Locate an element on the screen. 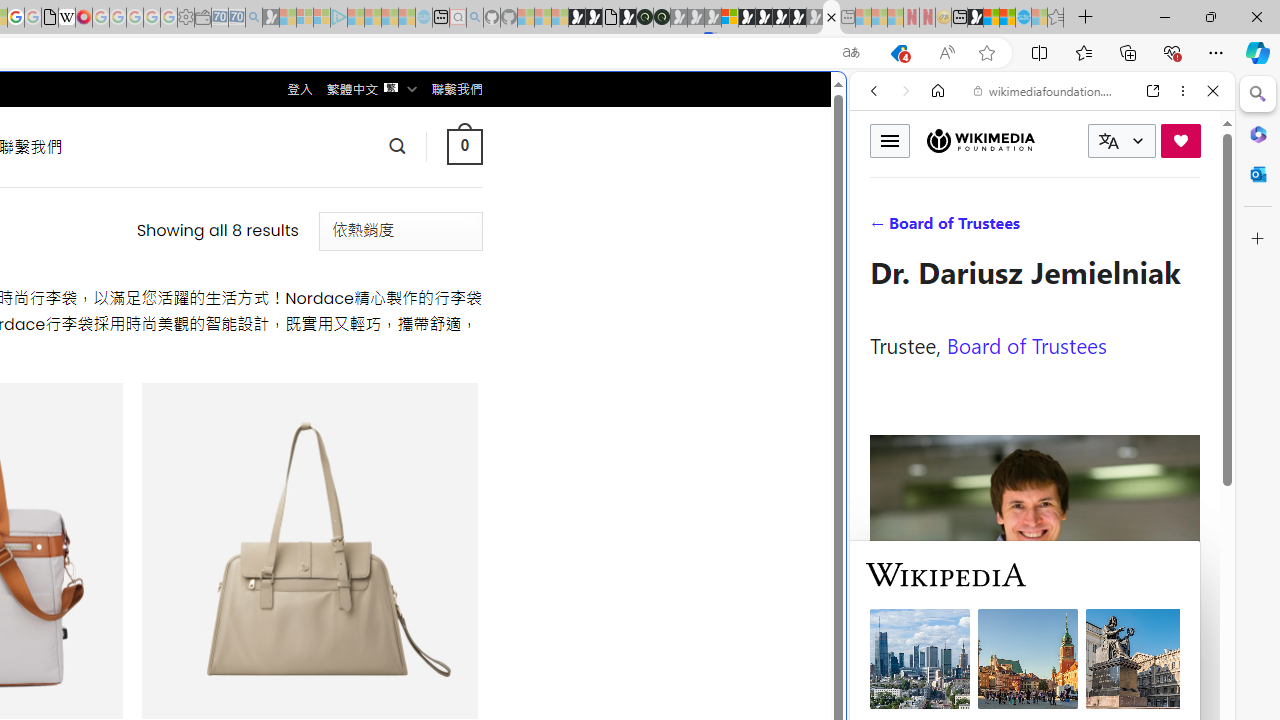 This screenshot has width=1280, height=720. 'Wiktionary' is located at coordinates (1034, 669).